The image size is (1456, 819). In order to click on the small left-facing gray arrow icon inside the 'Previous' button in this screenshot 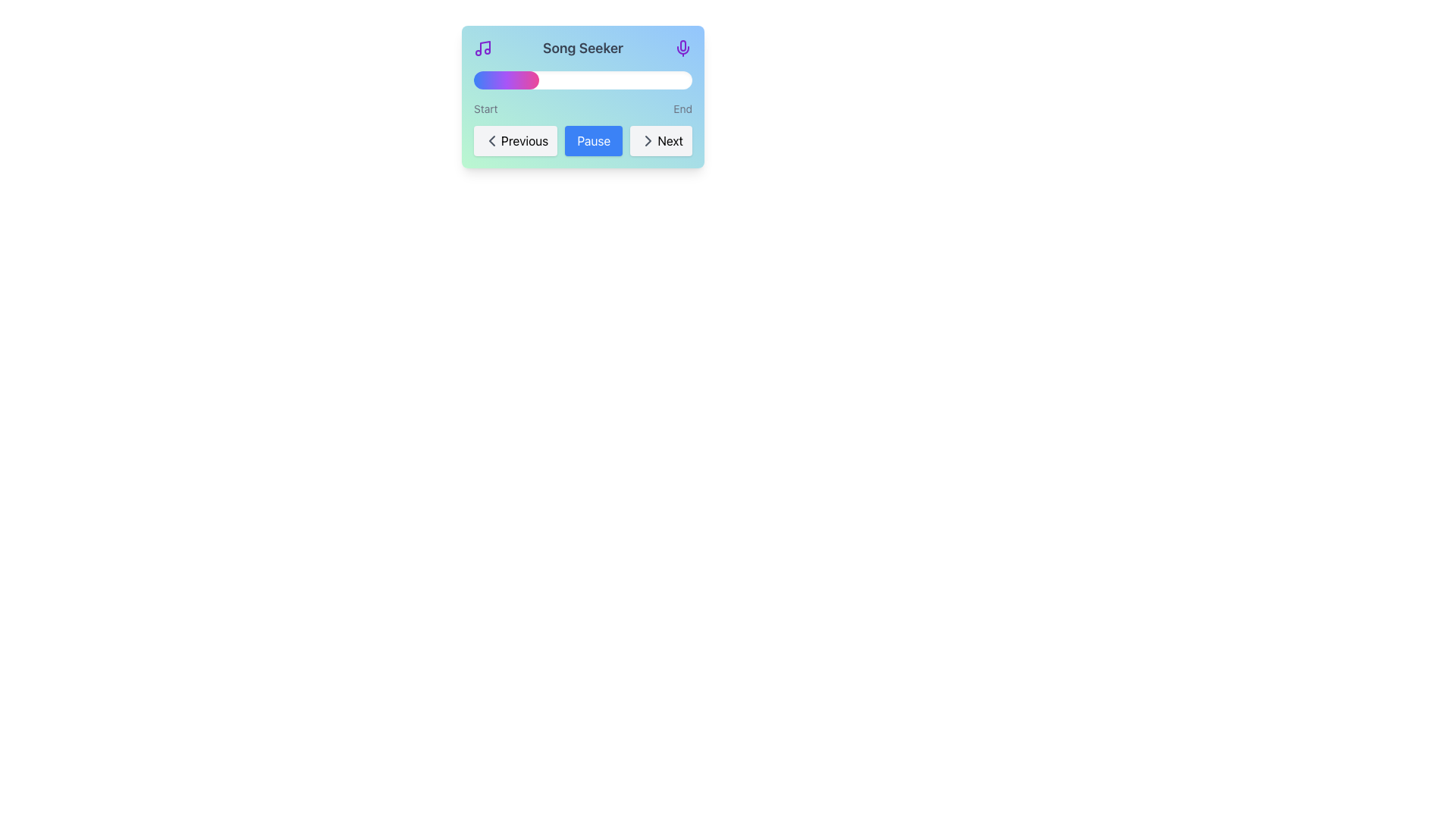, I will do `click(491, 140)`.